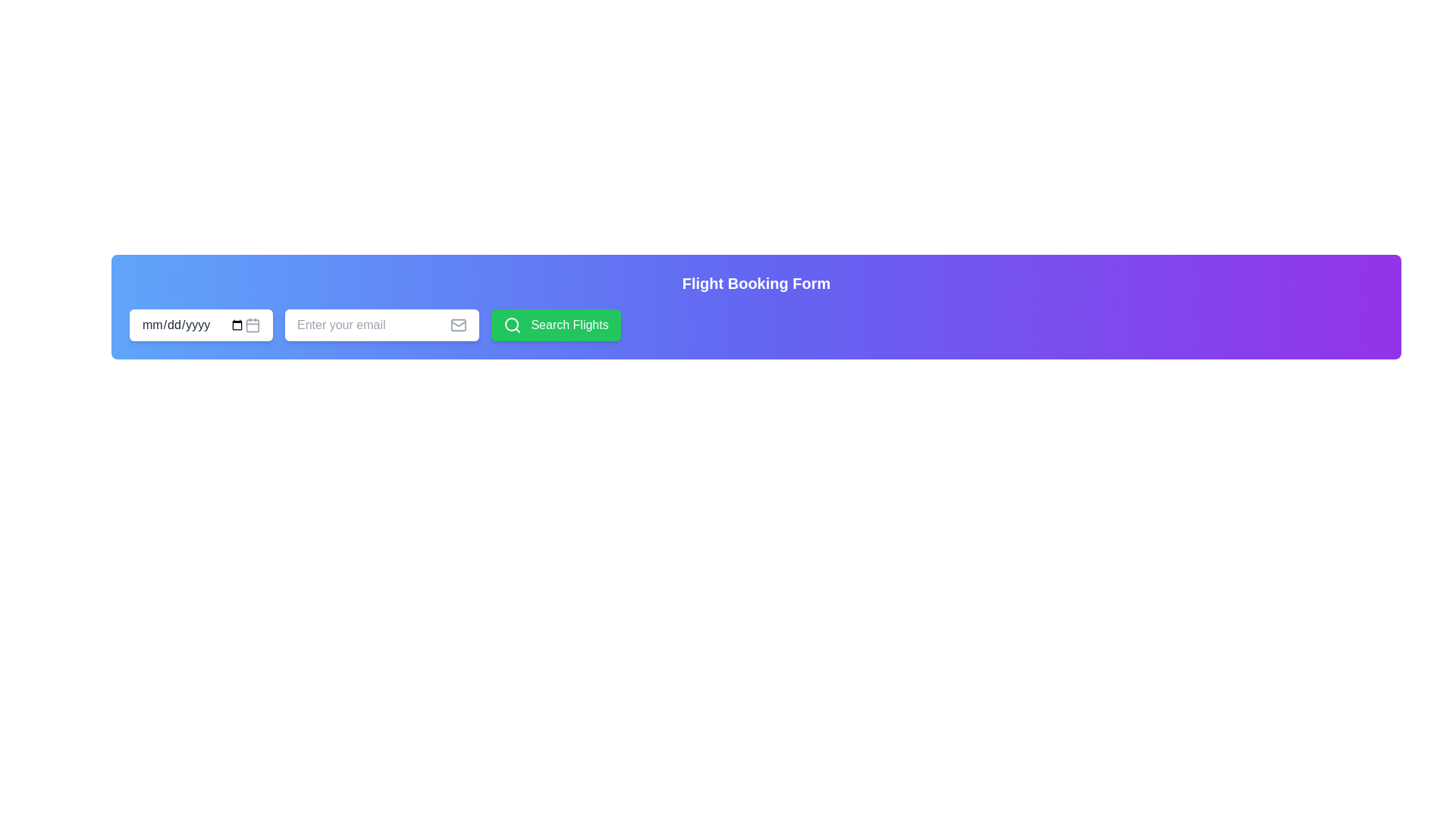 The image size is (1456, 819). Describe the element at coordinates (374, 324) in the screenshot. I see `the email input field, which is a borderless text input designed for entering email addresses with a placeholder text 'Enter your email'` at that location.